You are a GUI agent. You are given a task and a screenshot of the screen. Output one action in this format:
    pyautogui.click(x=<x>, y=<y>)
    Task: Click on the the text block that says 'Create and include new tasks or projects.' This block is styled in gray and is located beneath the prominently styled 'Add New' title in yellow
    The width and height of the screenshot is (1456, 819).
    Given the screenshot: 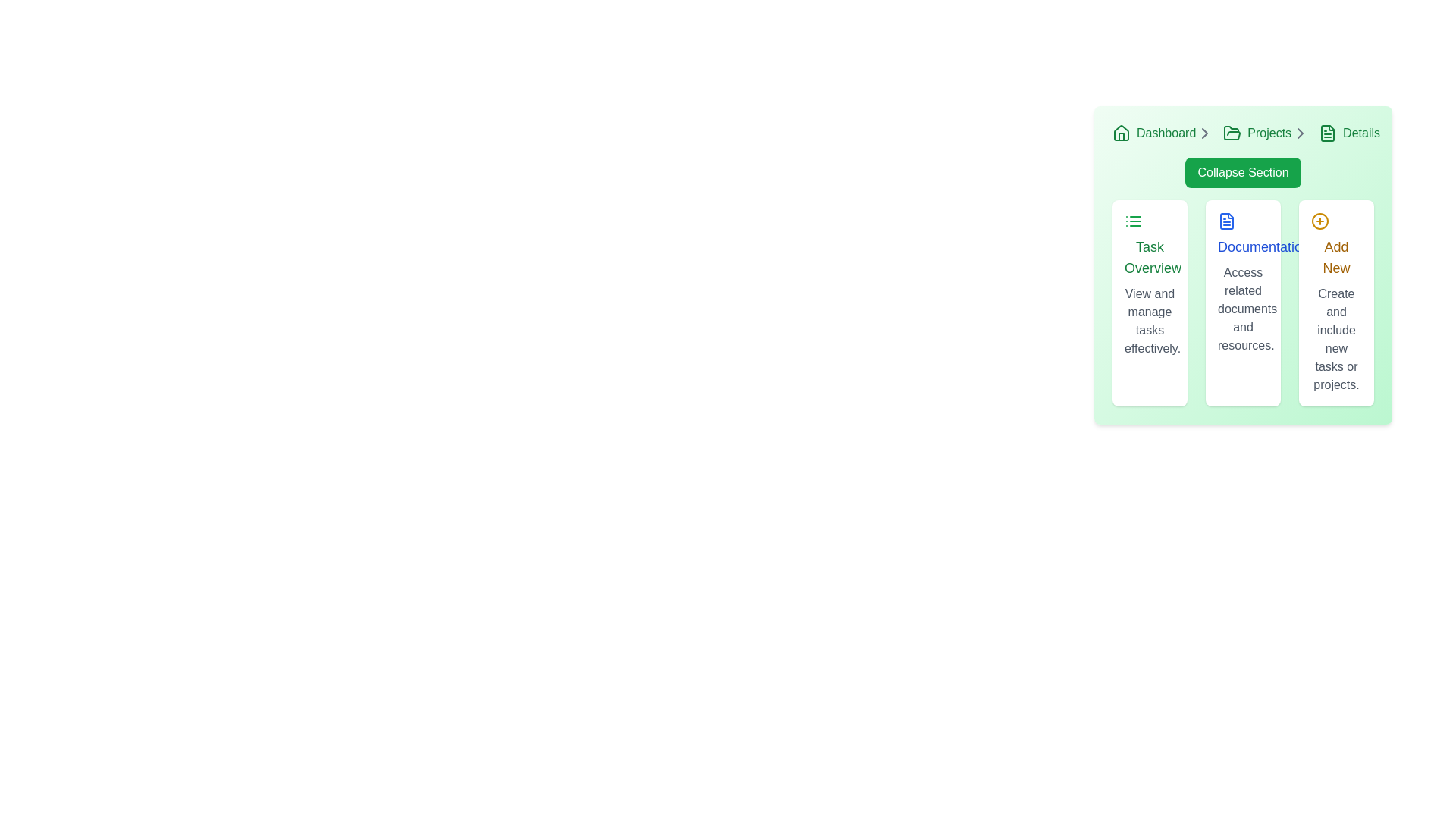 What is the action you would take?
    pyautogui.click(x=1336, y=338)
    